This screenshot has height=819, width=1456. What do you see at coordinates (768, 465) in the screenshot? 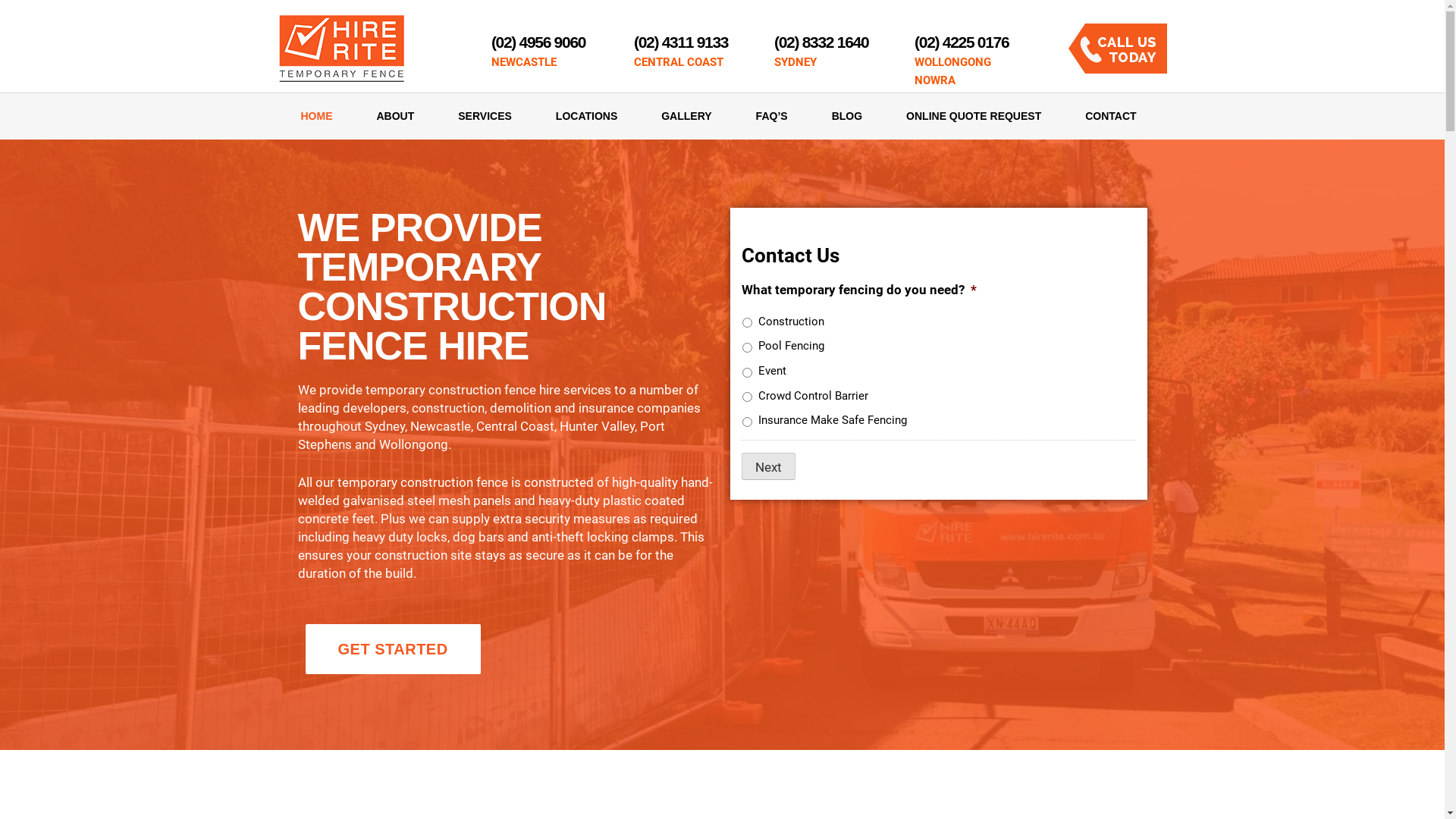
I see `'Next'` at bounding box center [768, 465].